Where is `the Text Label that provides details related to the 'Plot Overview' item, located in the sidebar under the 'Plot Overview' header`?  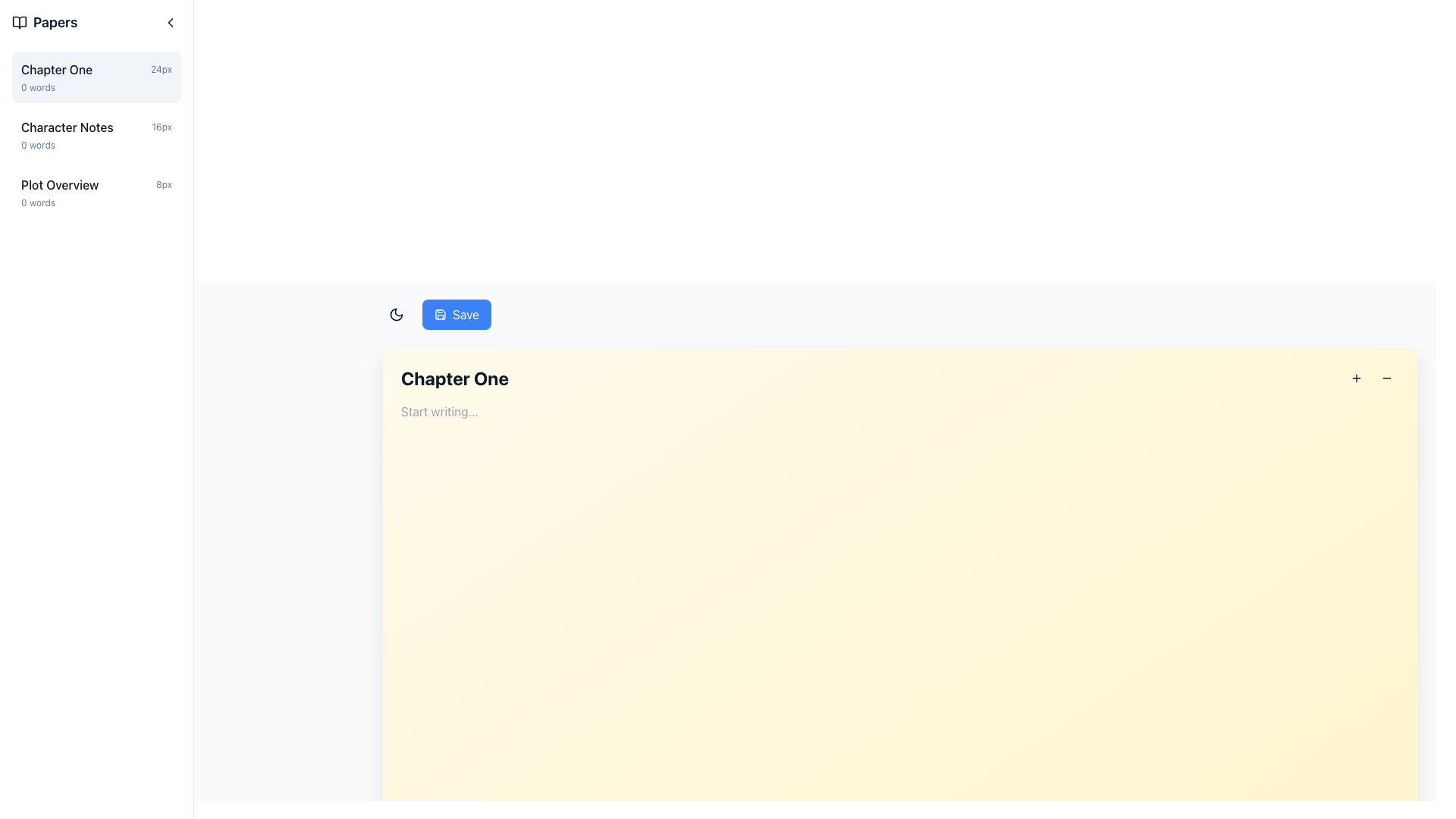
the Text Label that provides details related to the 'Plot Overview' item, located in the sidebar under the 'Plot Overview' header is located at coordinates (164, 184).